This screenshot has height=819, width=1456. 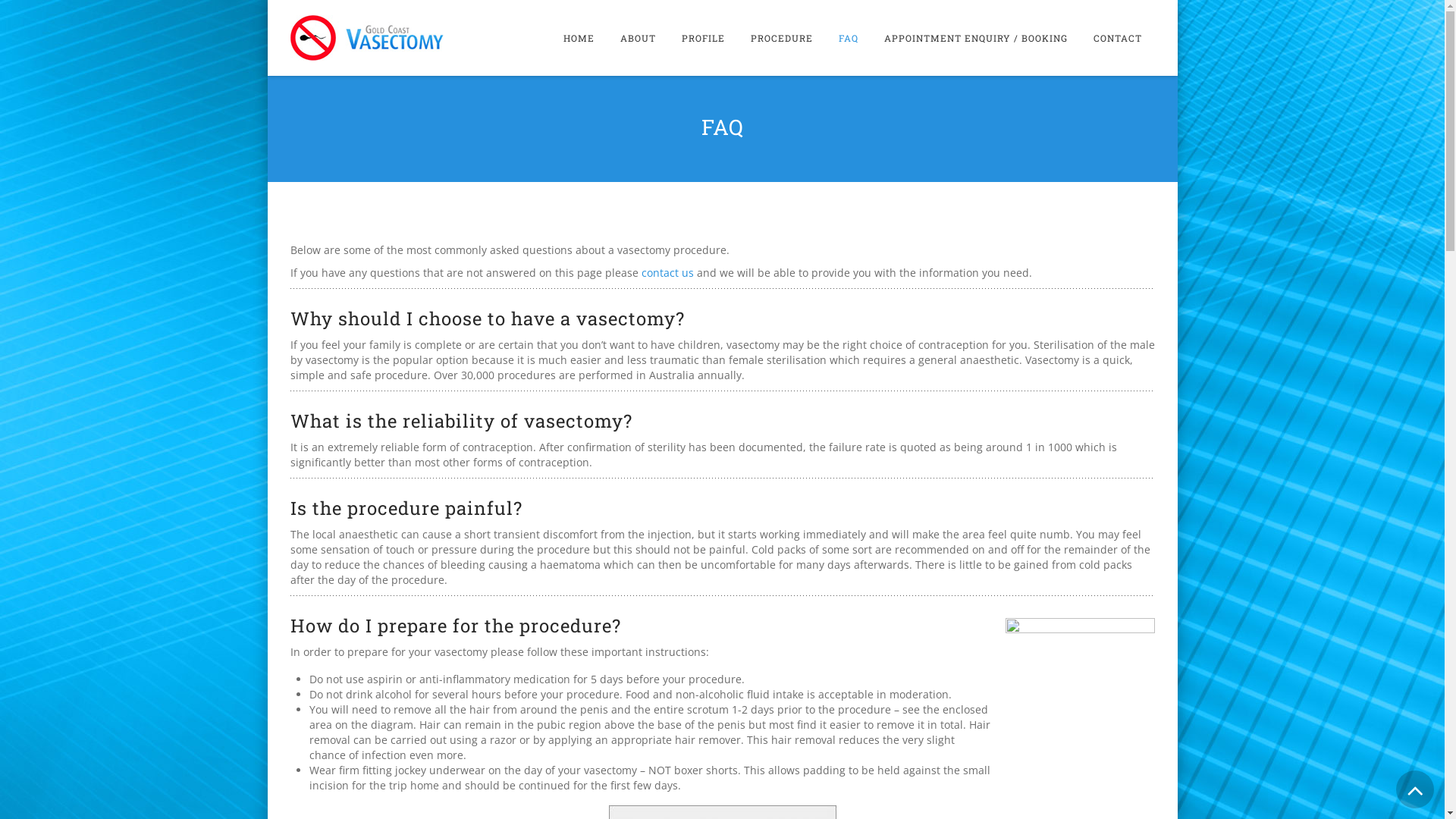 What do you see at coordinates (702, 37) in the screenshot?
I see `'PROFILE'` at bounding box center [702, 37].